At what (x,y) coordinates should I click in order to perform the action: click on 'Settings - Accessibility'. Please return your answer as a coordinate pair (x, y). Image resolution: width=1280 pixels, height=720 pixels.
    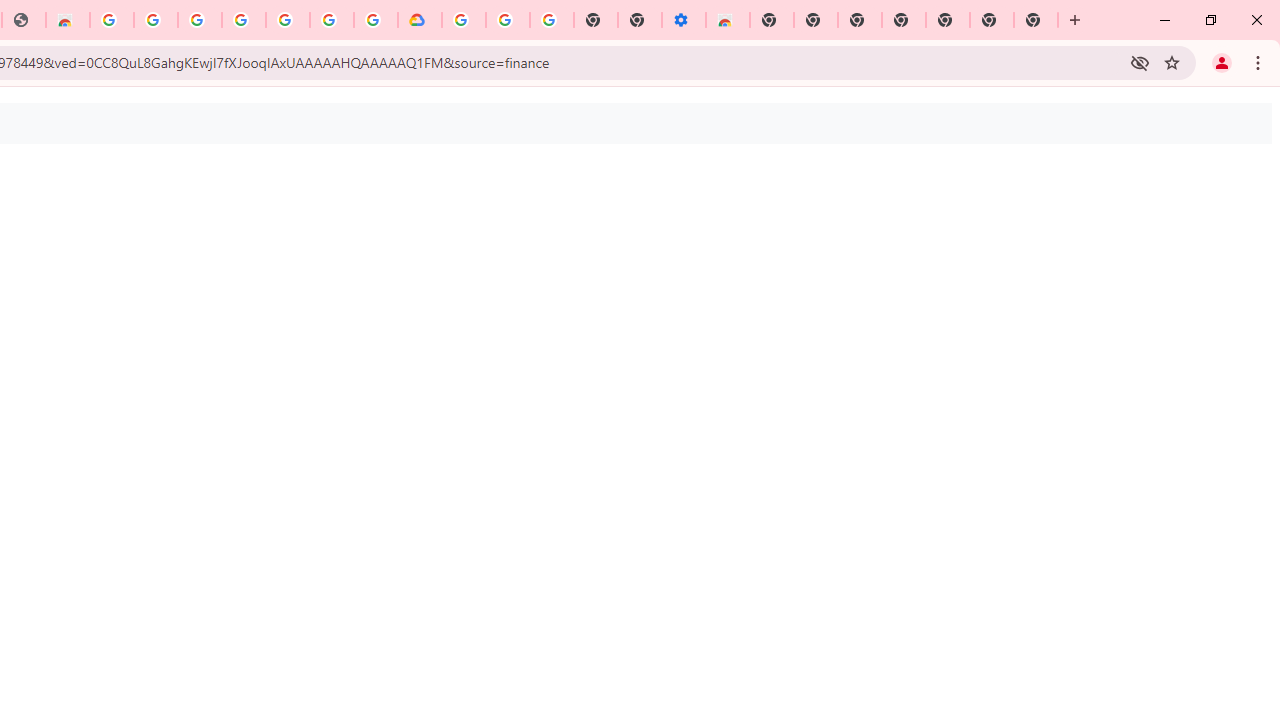
    Looking at the image, I should click on (684, 20).